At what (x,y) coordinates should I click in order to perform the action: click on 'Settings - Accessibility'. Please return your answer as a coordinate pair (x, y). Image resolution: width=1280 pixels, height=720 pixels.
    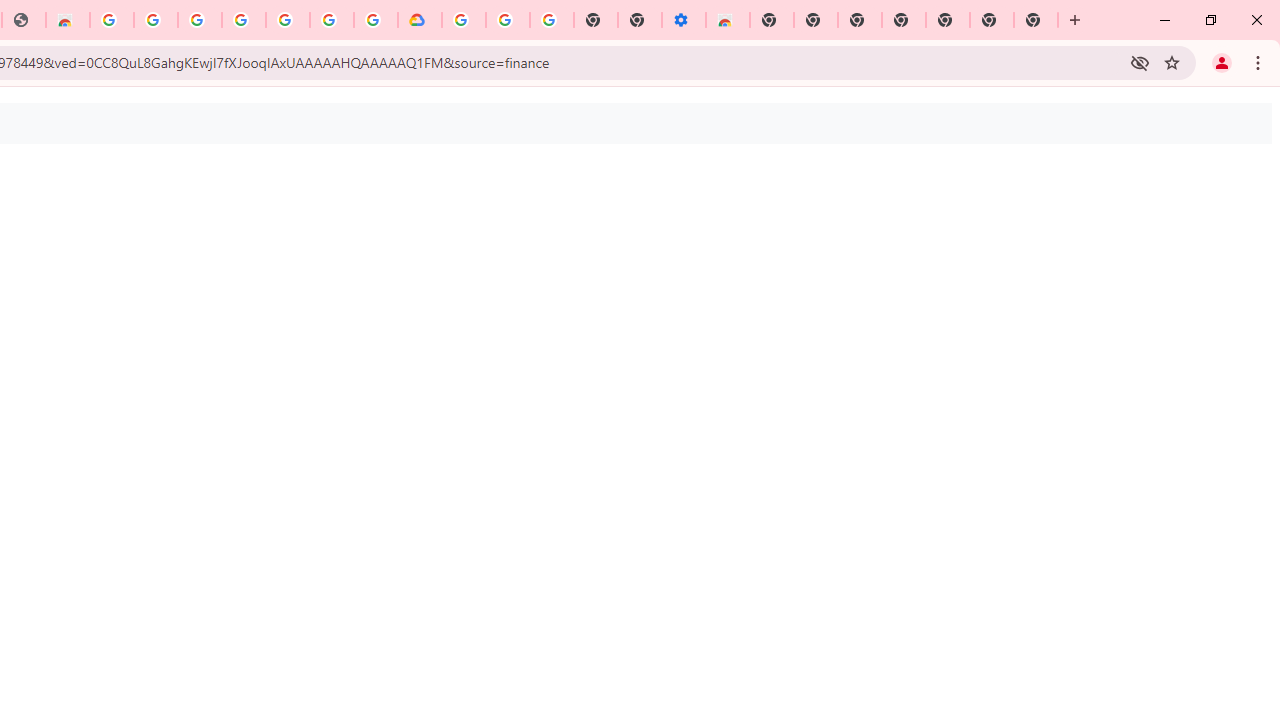
    Looking at the image, I should click on (684, 20).